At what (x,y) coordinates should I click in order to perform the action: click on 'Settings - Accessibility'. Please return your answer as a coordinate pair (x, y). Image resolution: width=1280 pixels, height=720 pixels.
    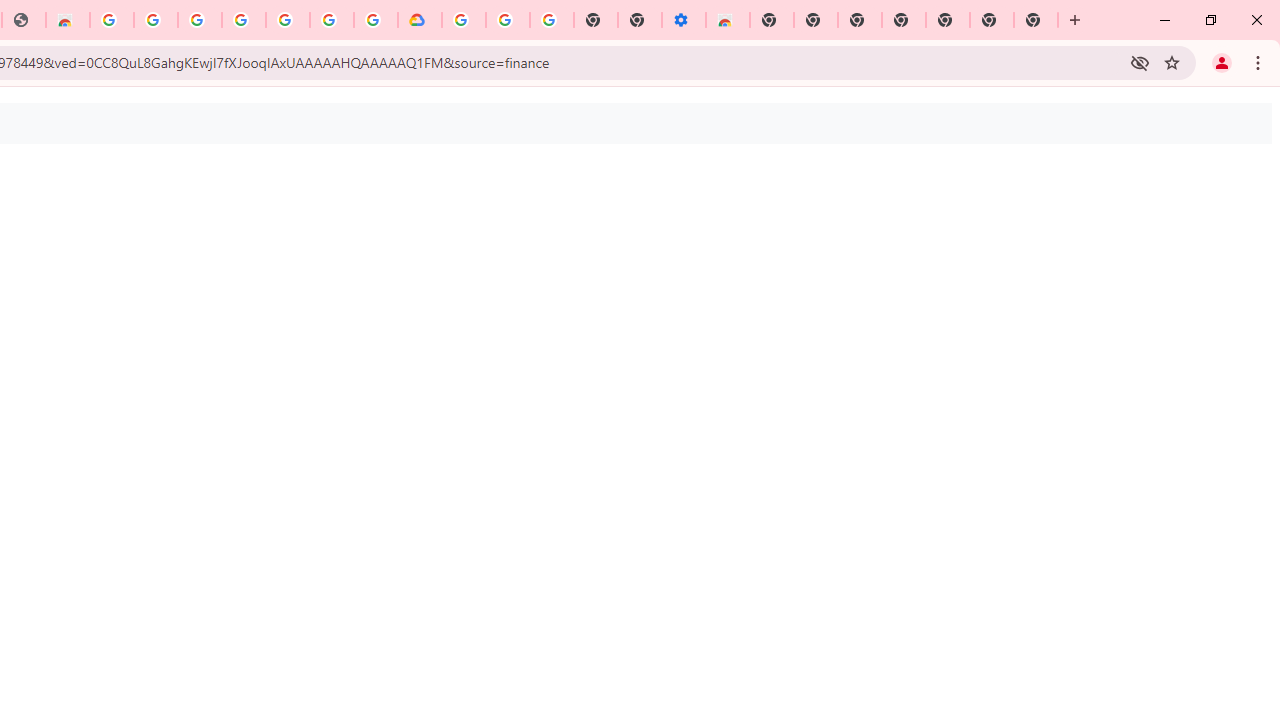
    Looking at the image, I should click on (684, 20).